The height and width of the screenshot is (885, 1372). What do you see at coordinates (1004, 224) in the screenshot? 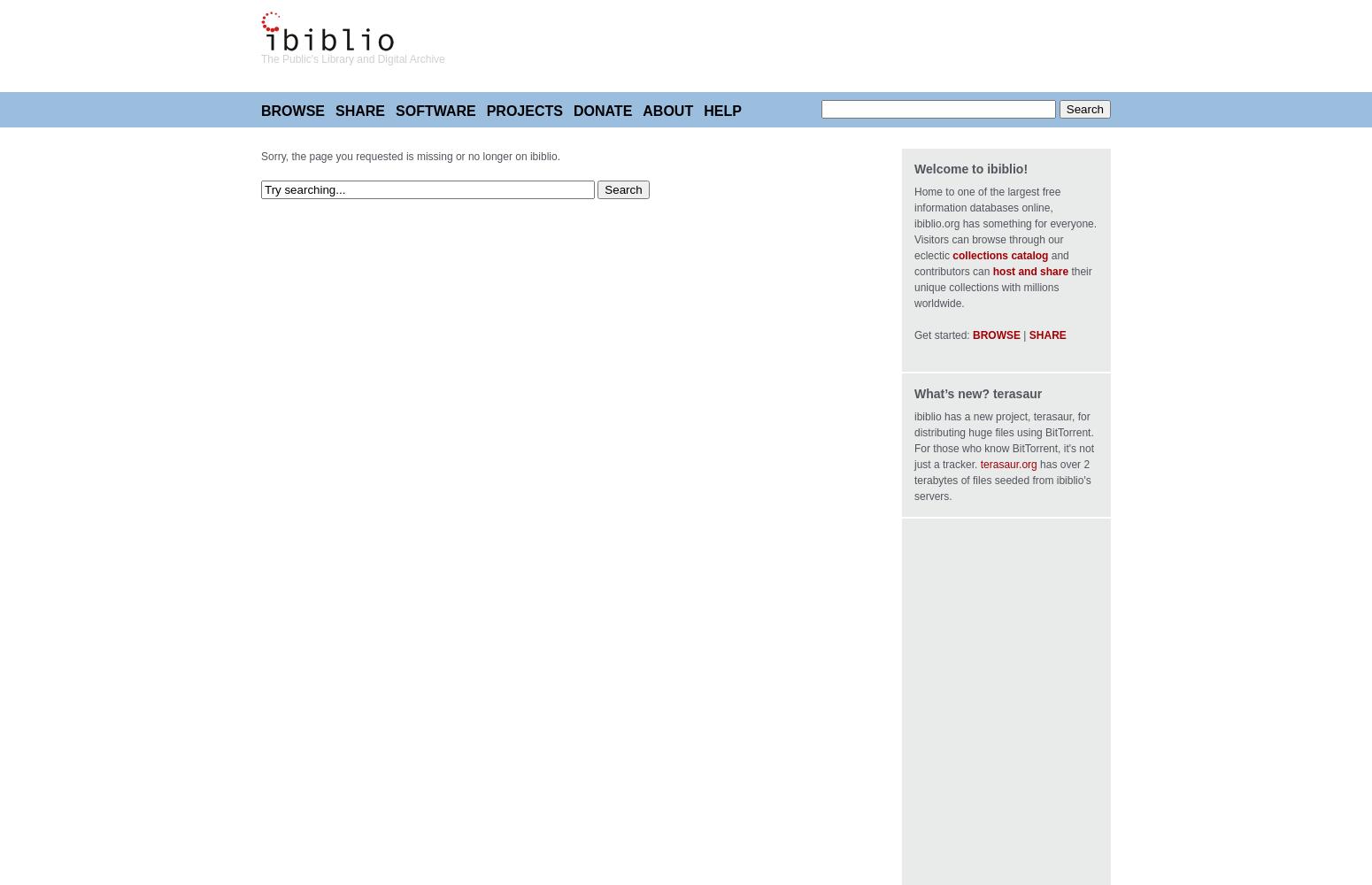
I see `'Home to one of the largest free information databases online, ibiblio.org has something for everyone. Visitors can browse through our eclectic'` at bounding box center [1004, 224].